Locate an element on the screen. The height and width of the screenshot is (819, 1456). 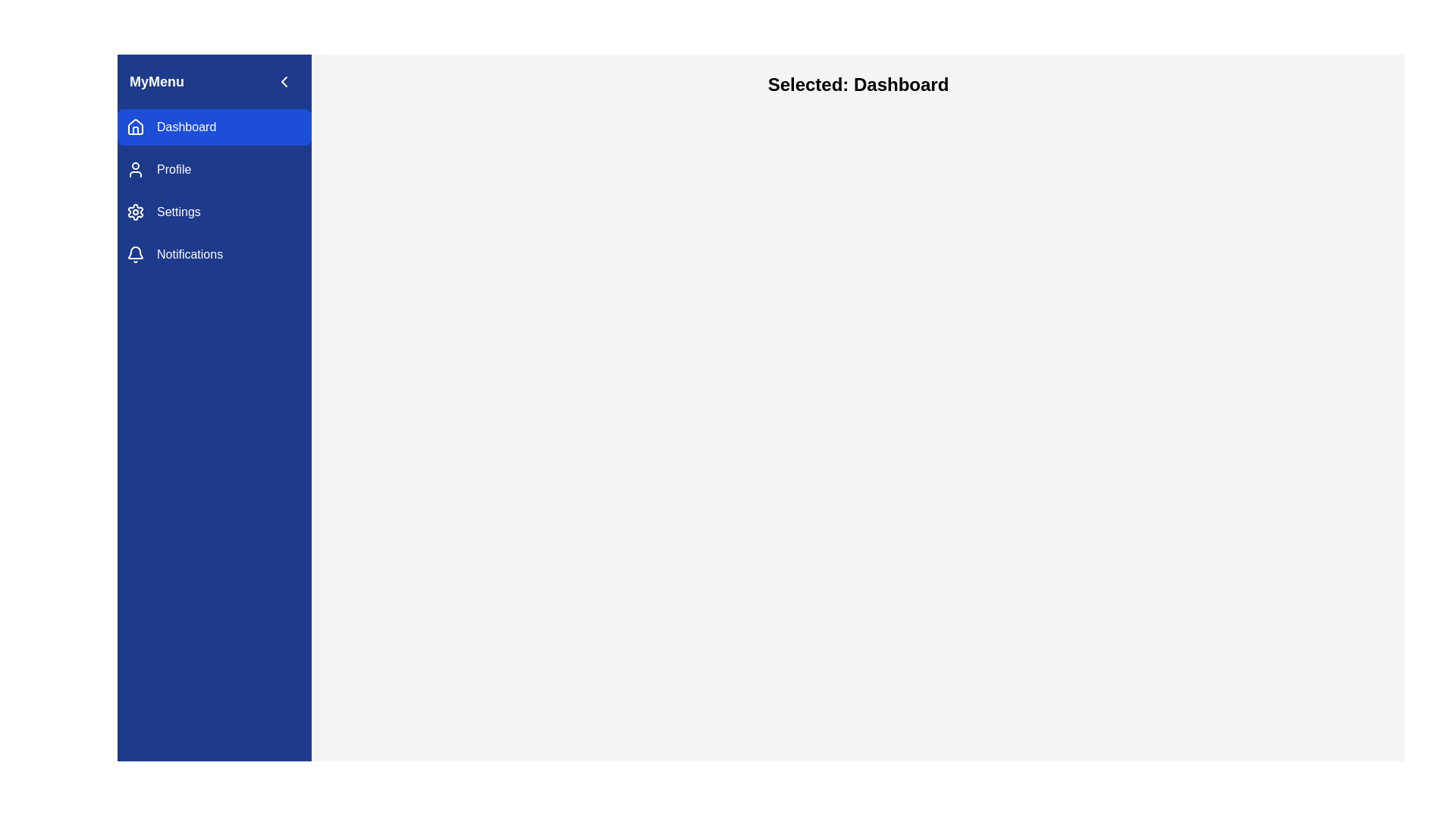
the profile icon in the navigation menu, which is visually identified as the 'Profile' item located to the left of the text 'Profile' is located at coordinates (135, 169).